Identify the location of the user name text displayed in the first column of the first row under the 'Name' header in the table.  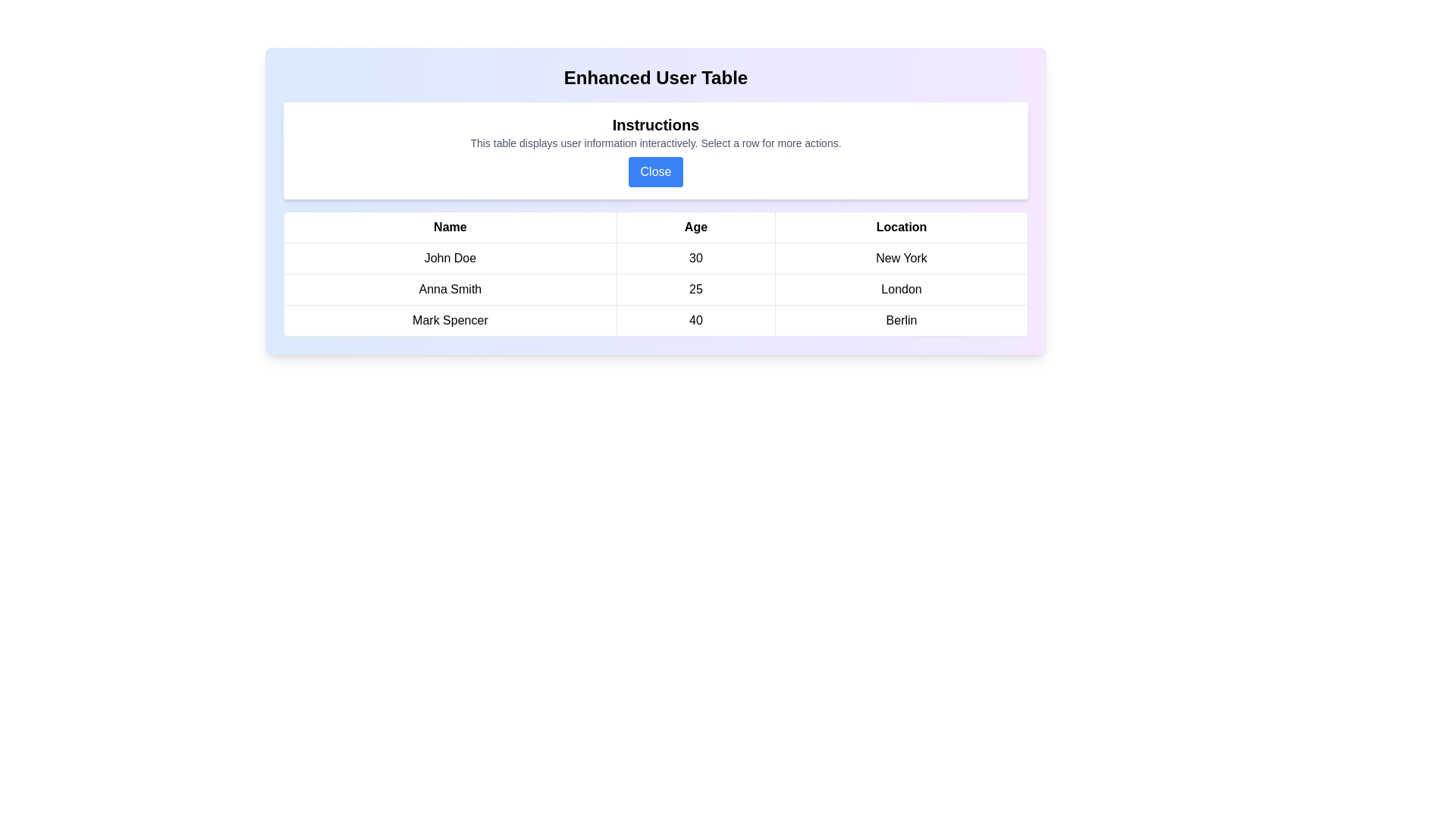
(449, 257).